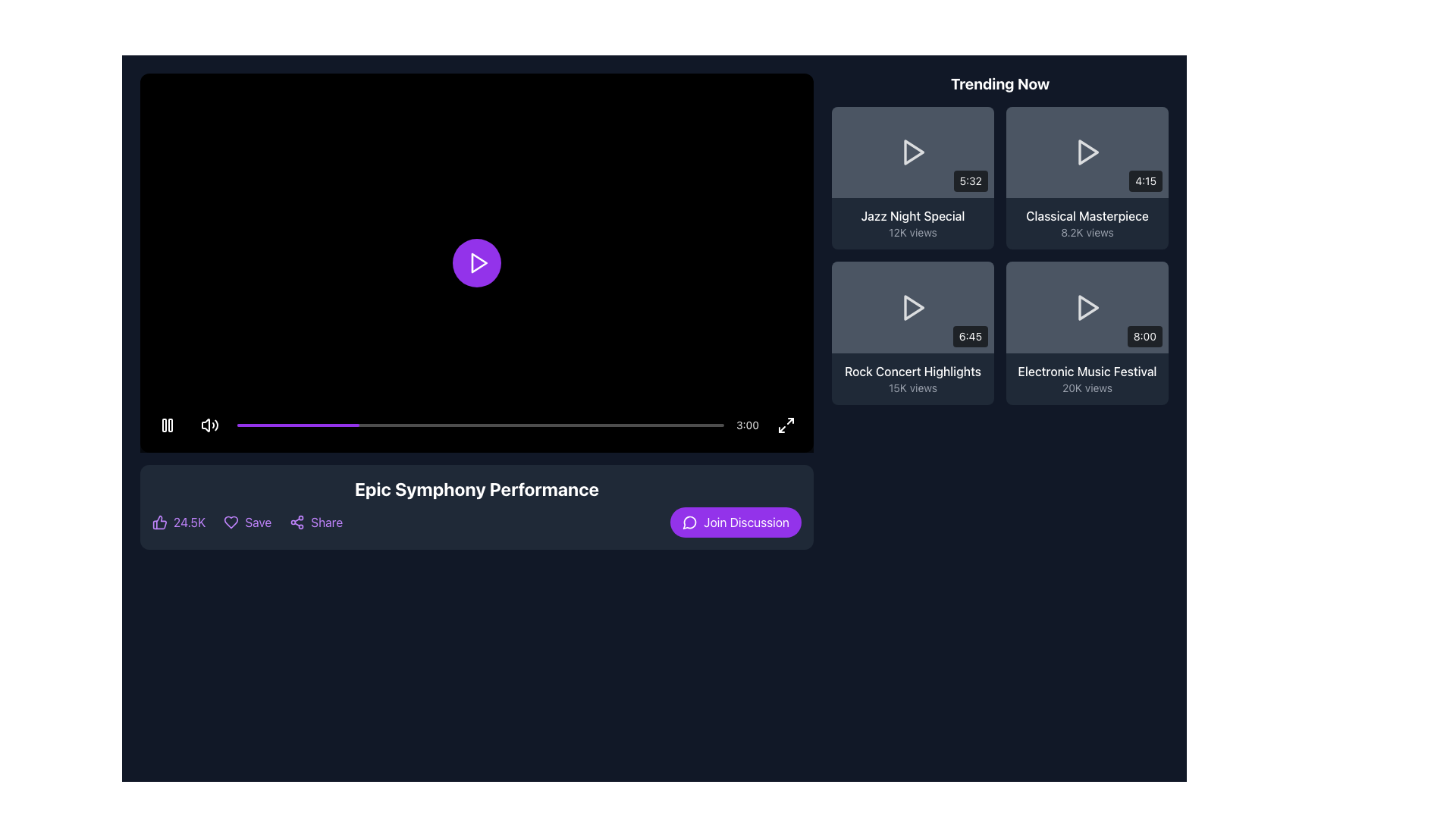 This screenshot has width=1456, height=819. Describe the element at coordinates (167, 425) in the screenshot. I see `the Pause symbol icon located near the bottom center of the media player, which serves as a playback control button to pause the currently playing video` at that location.